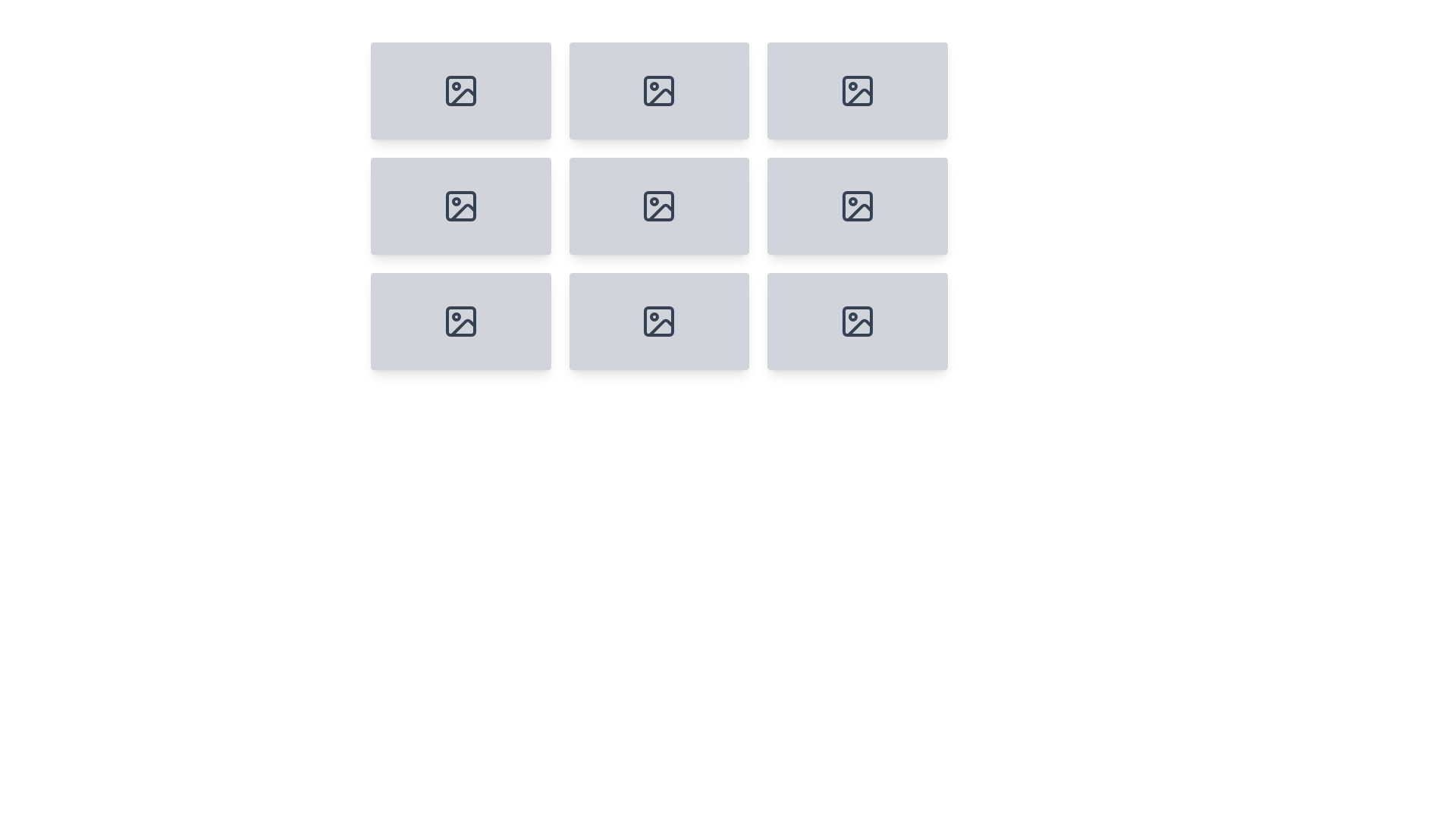  Describe the element at coordinates (858, 206) in the screenshot. I see `the decorative graphical primitive that is centrally aligned within the graphical 'image' icon located in the bottom-right cell of a 3x3 grid` at that location.